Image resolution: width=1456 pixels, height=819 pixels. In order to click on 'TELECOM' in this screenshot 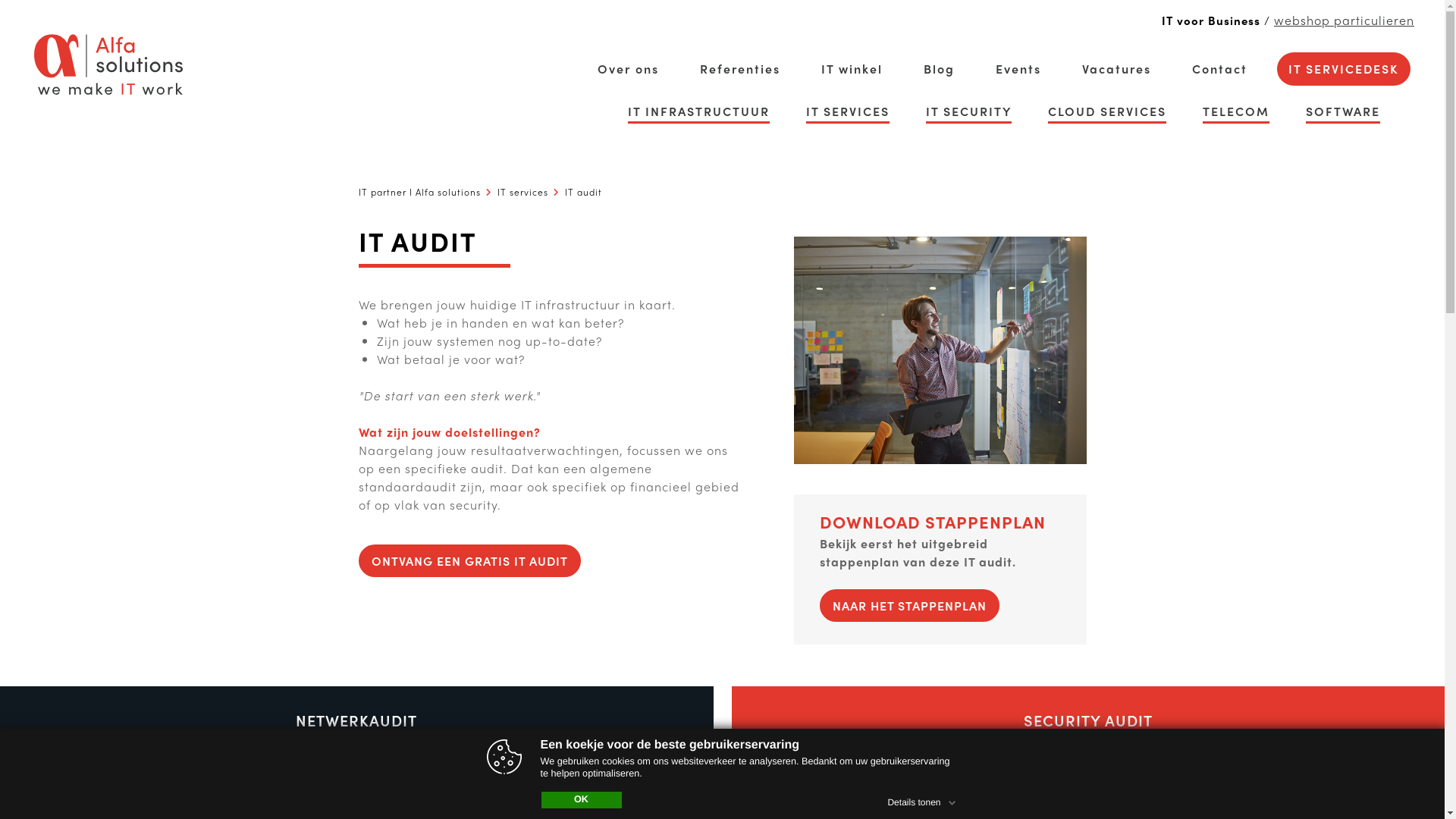, I will do `click(1236, 110)`.